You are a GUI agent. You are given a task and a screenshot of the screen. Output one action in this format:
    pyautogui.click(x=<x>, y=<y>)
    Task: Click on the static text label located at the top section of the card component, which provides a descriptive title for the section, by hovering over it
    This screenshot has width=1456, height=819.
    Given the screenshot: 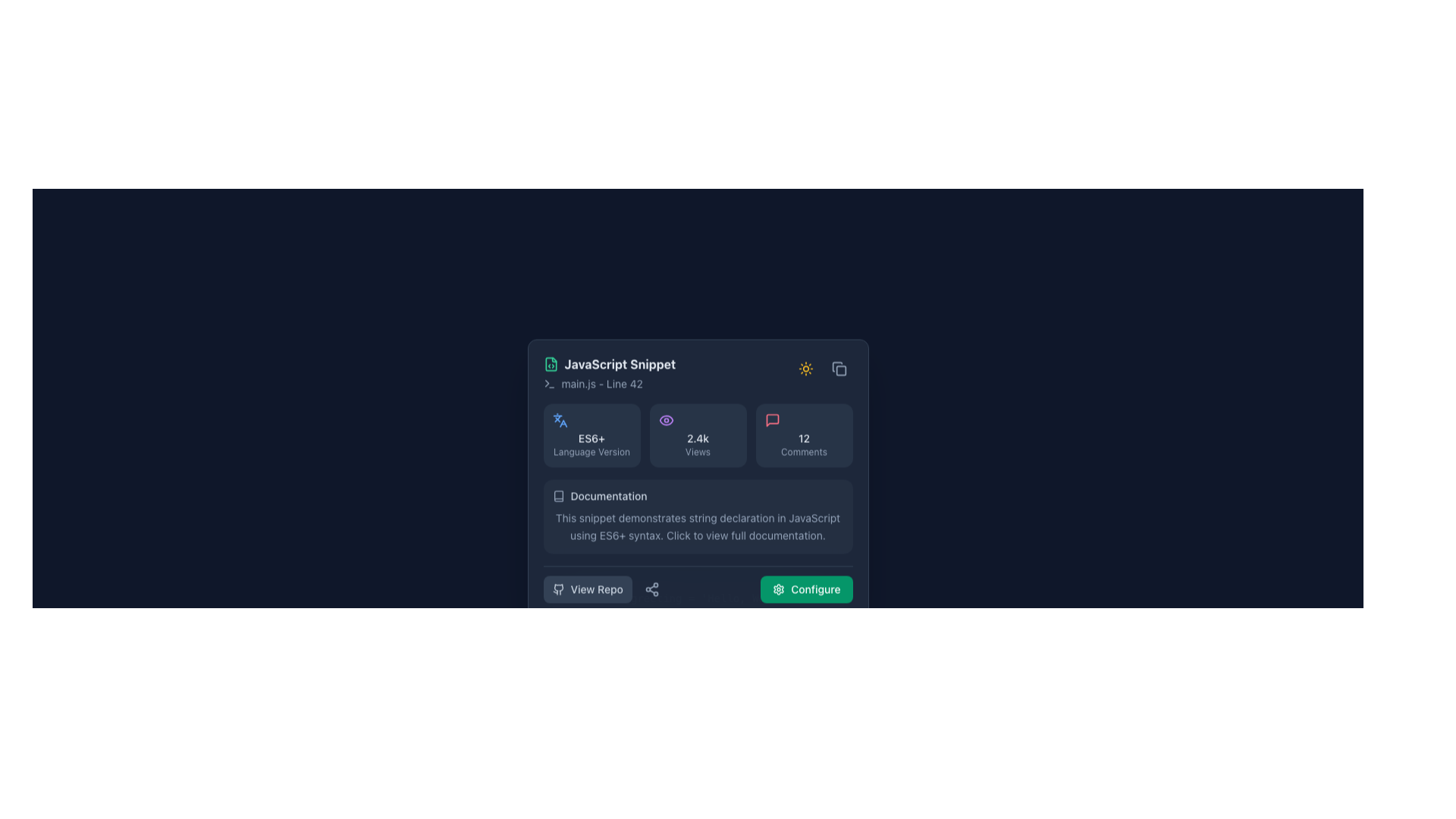 What is the action you would take?
    pyautogui.click(x=620, y=364)
    